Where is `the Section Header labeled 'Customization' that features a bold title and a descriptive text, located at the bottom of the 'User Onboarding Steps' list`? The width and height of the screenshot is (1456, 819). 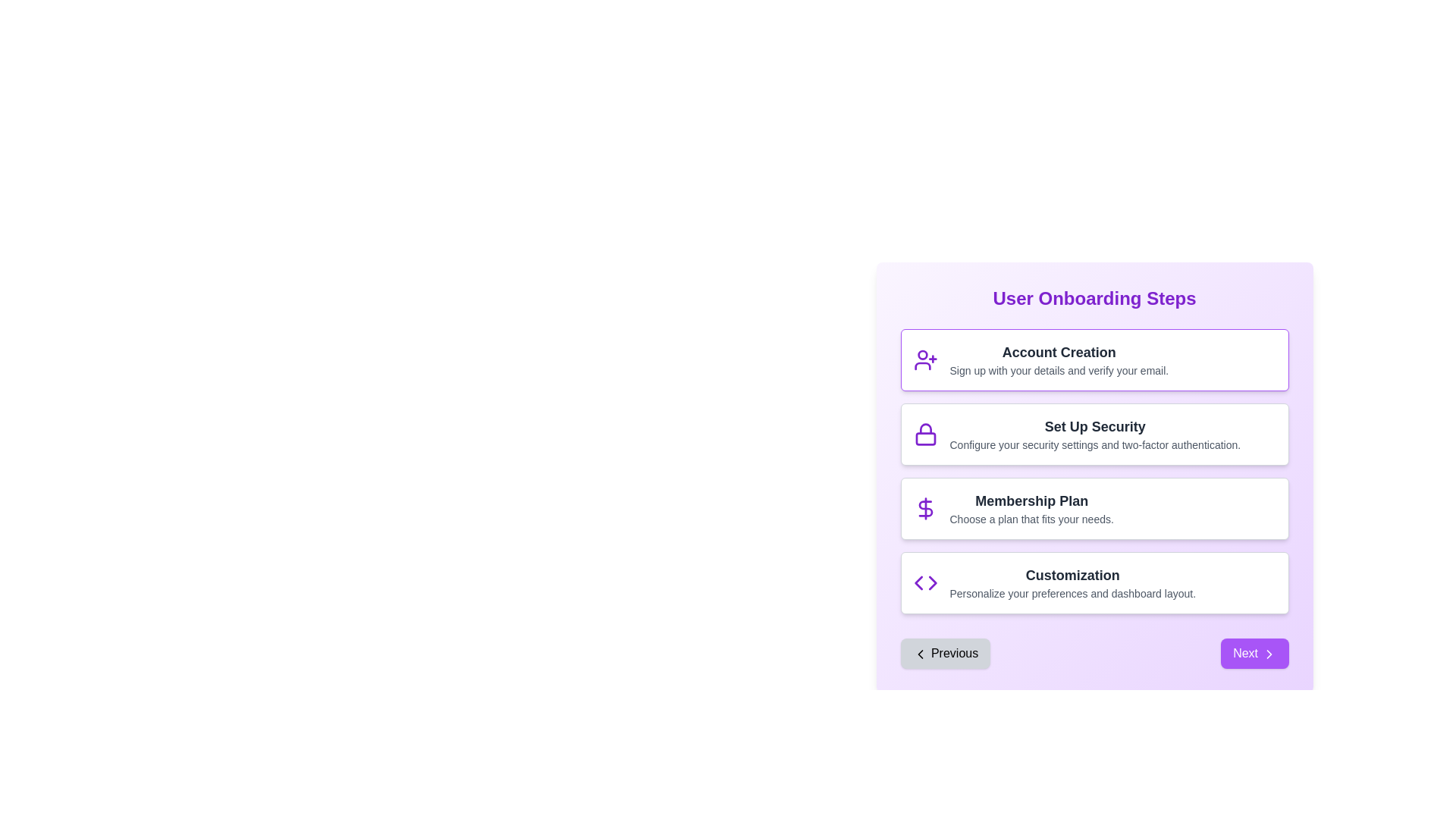
the Section Header labeled 'Customization' that features a bold title and a descriptive text, located at the bottom of the 'User Onboarding Steps' list is located at coordinates (1072, 582).